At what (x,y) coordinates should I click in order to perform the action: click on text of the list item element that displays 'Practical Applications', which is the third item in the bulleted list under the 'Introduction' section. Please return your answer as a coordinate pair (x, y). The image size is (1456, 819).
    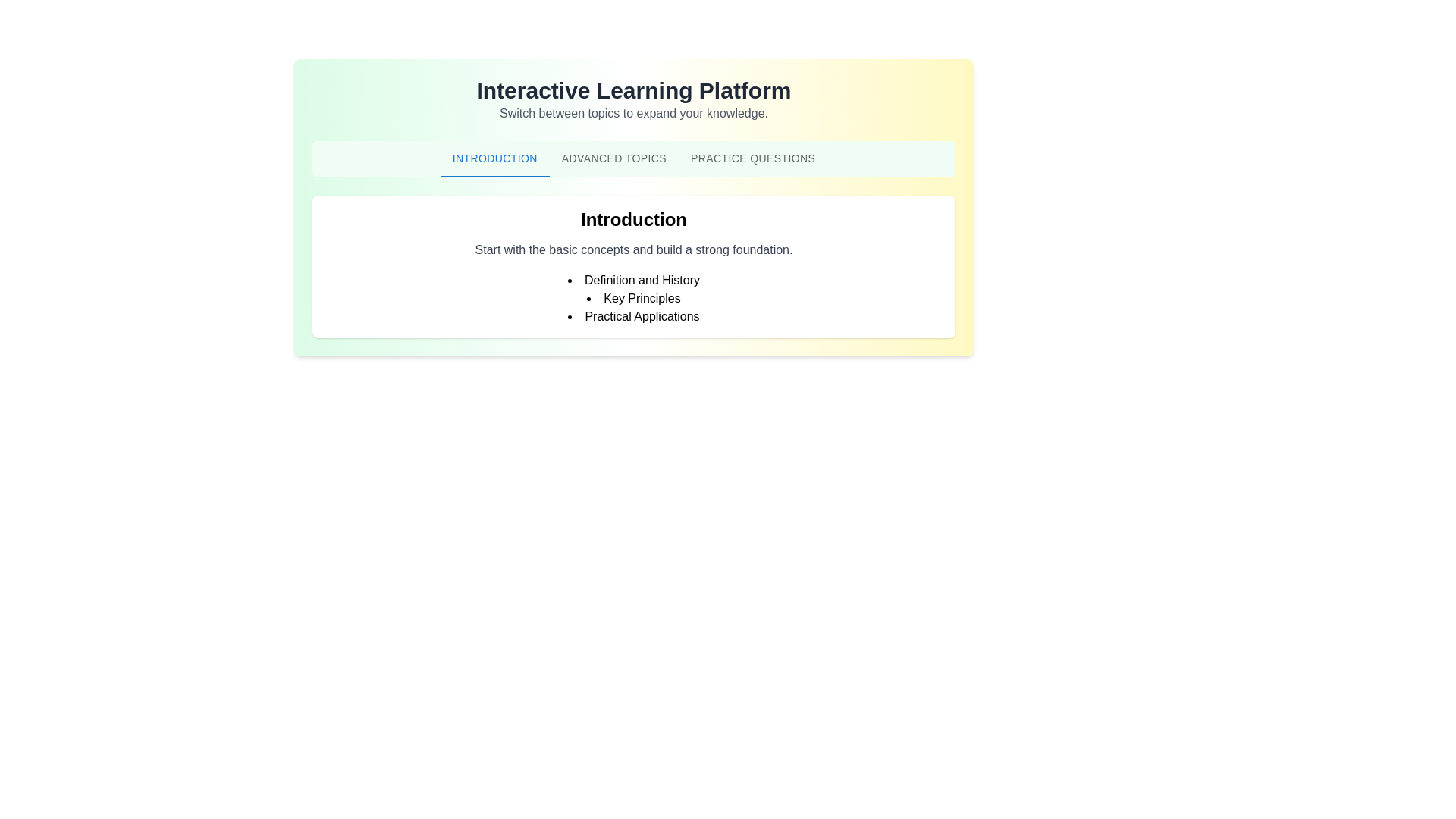
    Looking at the image, I should click on (633, 315).